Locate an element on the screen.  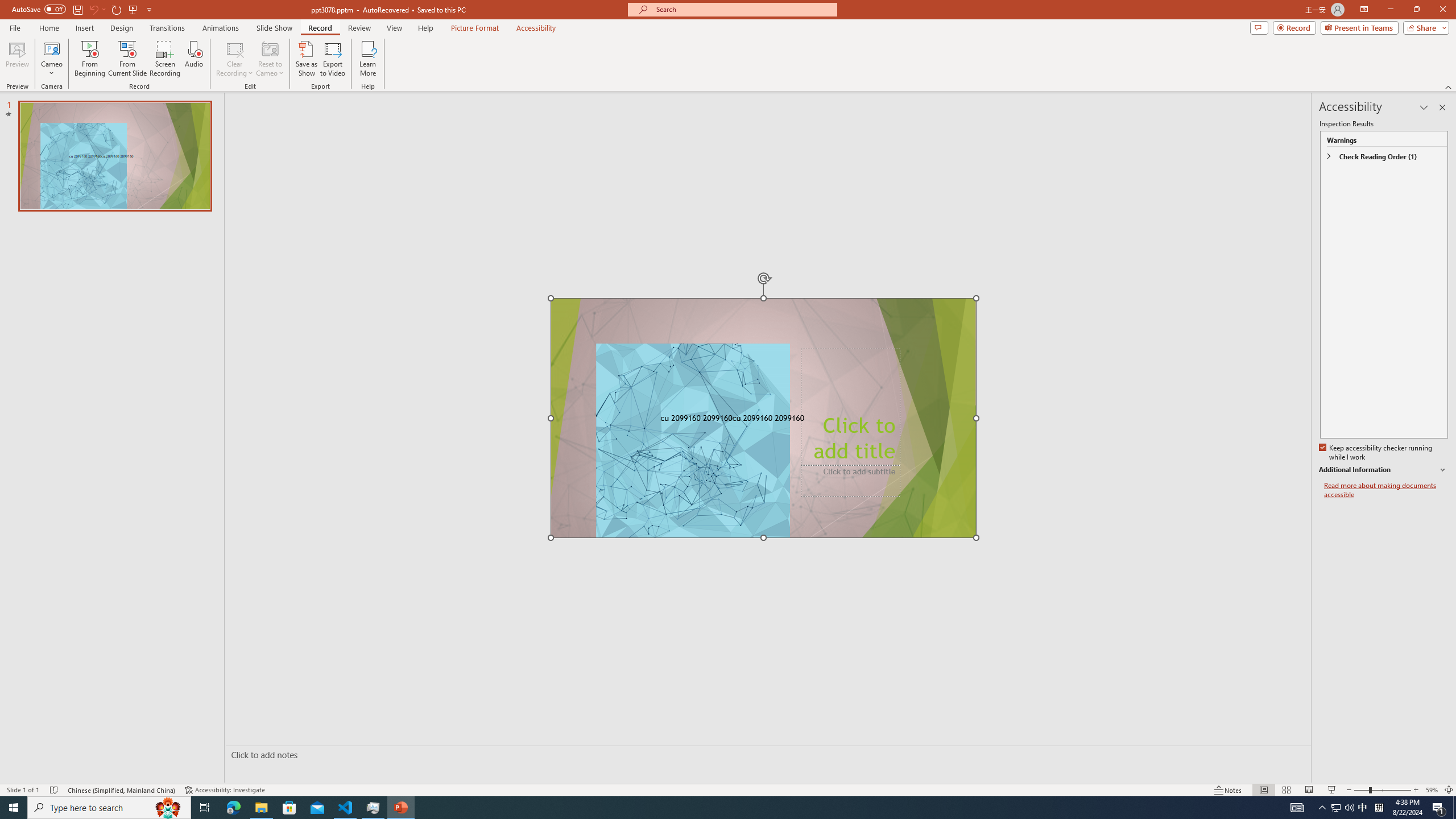
'Learn More' is located at coordinates (368, 59).